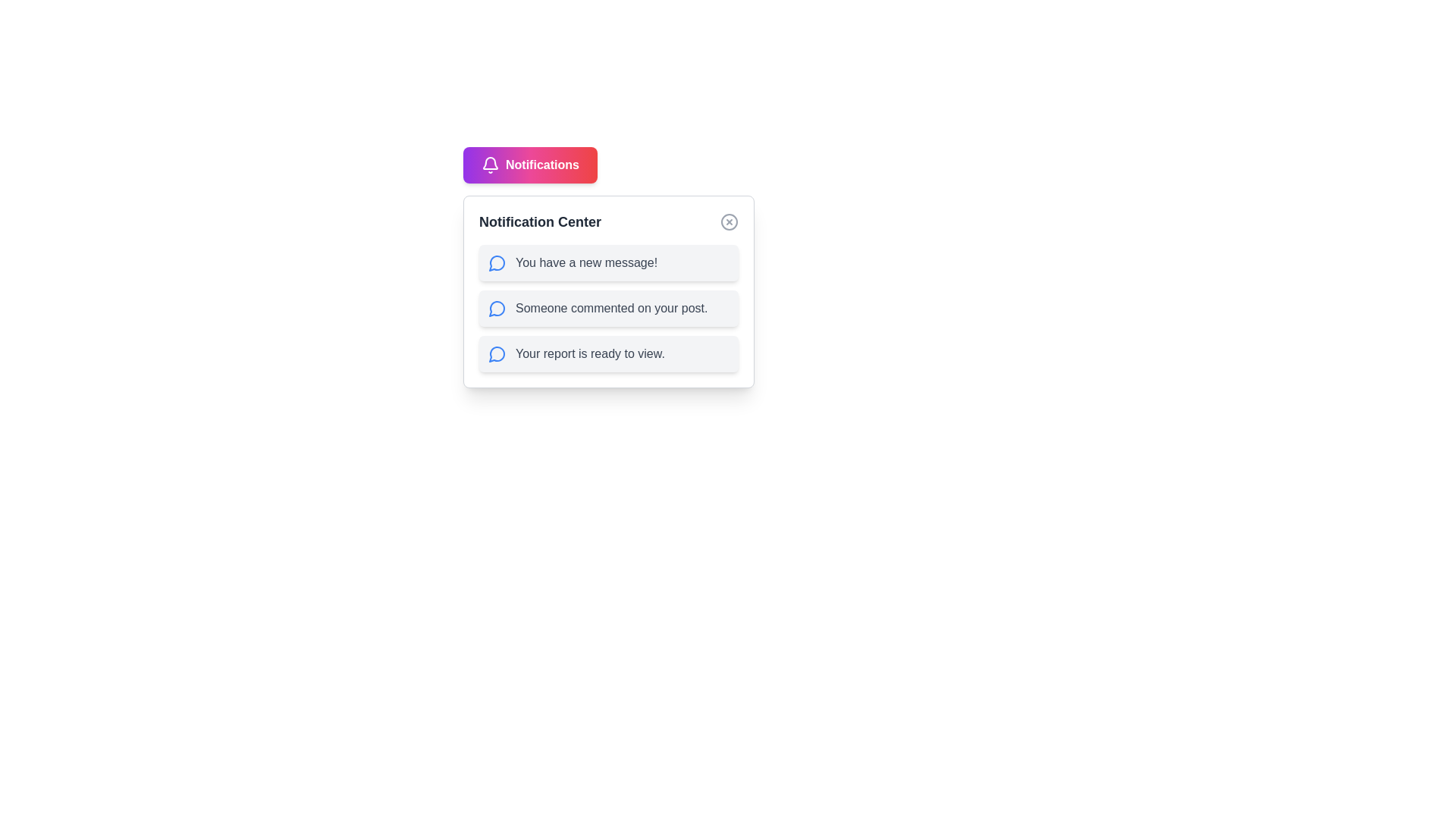 The height and width of the screenshot is (819, 1456). What do you see at coordinates (608, 292) in the screenshot?
I see `a notification item within the 'Notification Center' popup notification panel which is a rectangular white card with rounded corners` at bounding box center [608, 292].